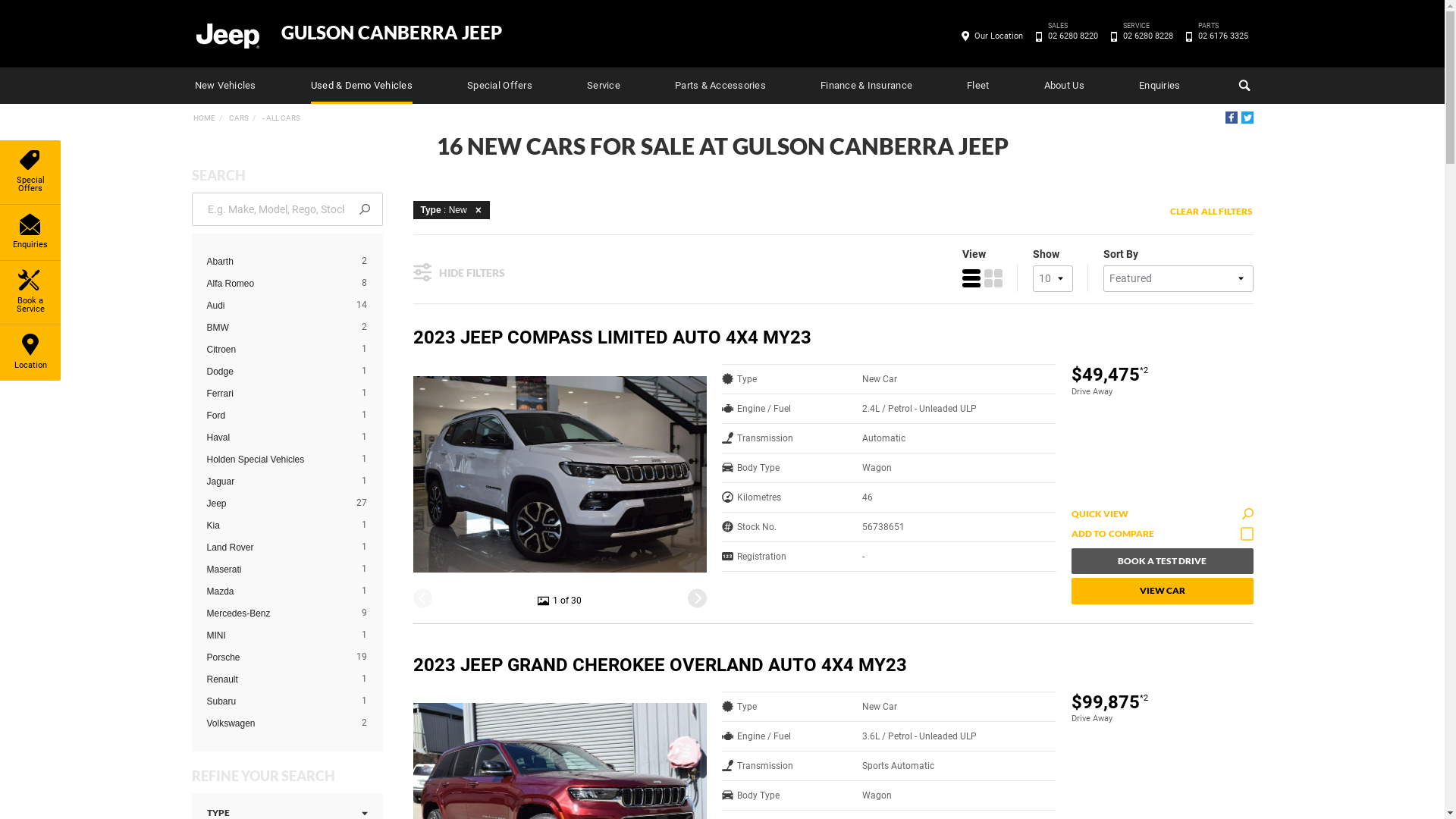 This screenshot has height=819, width=1456. Describe the element at coordinates (275, 657) in the screenshot. I see `'Porsche'` at that location.